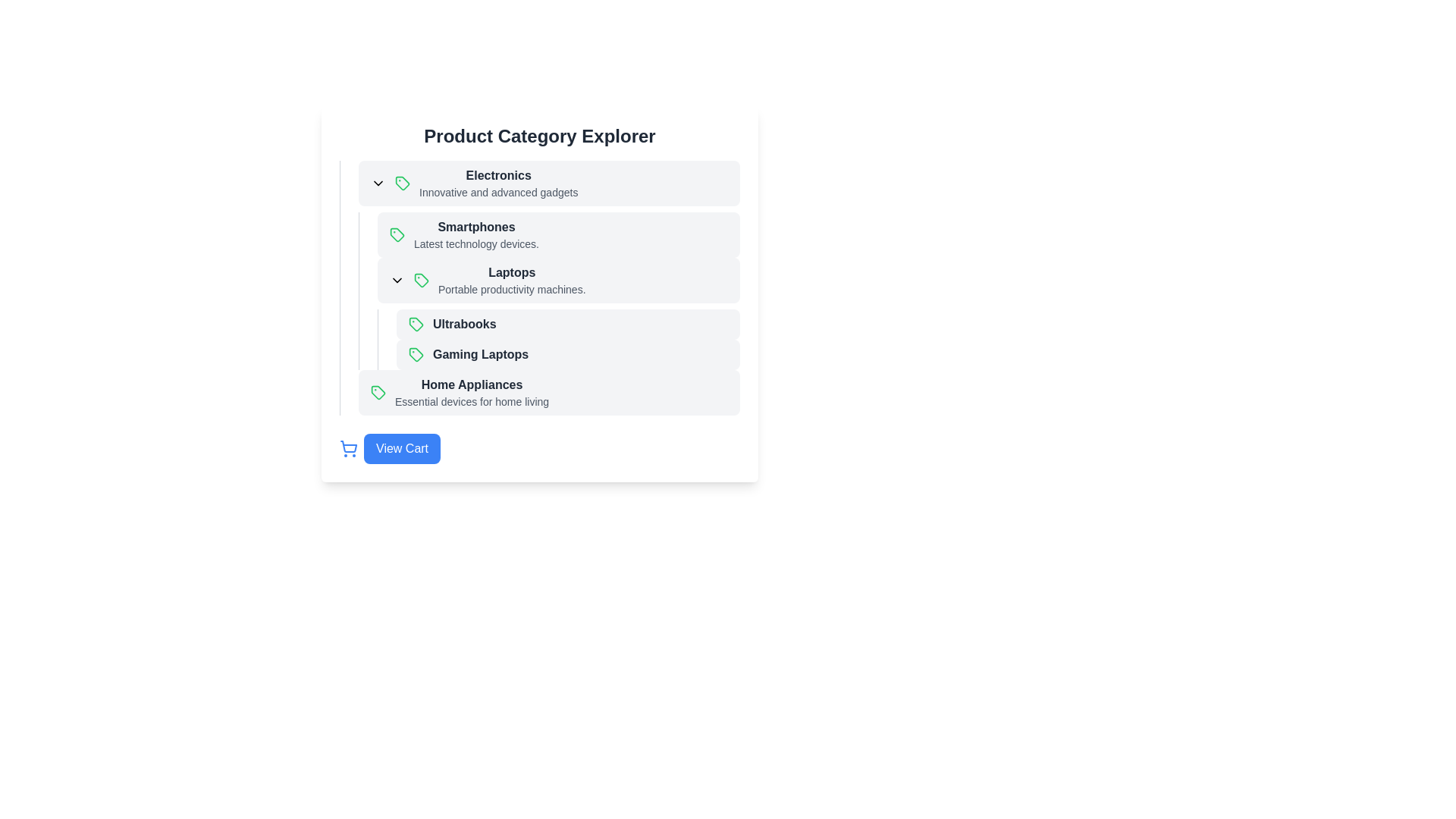 Image resolution: width=1456 pixels, height=819 pixels. I want to click on or tab to the 'Home Appliances' menu item located at the bottom of the 'Product Category Explorer' interface, so click(548, 391).